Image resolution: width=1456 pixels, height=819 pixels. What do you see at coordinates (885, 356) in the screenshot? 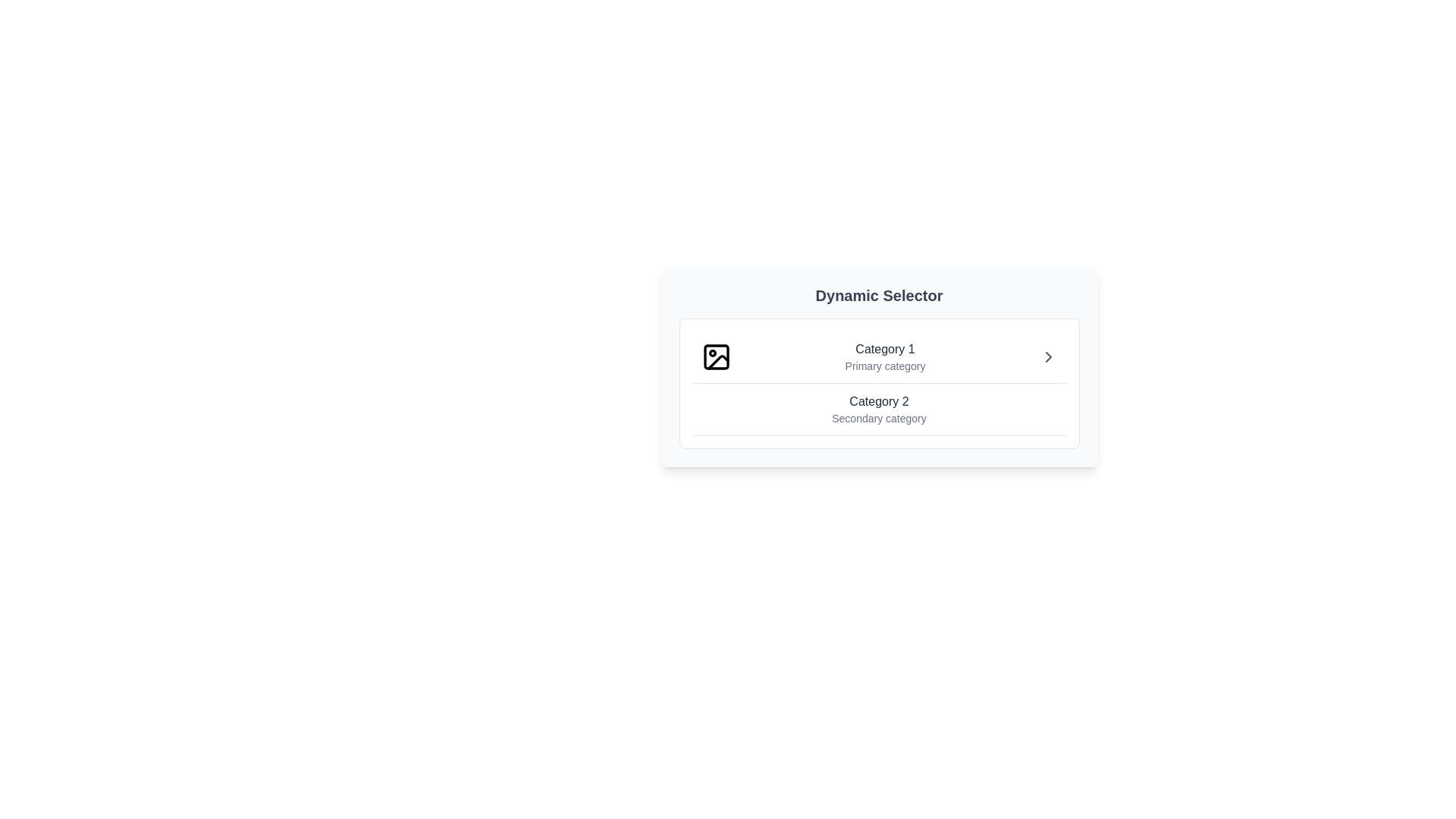
I see `the list item labeled 'Category 1' under the 'Dynamic Selector' section` at bounding box center [885, 356].